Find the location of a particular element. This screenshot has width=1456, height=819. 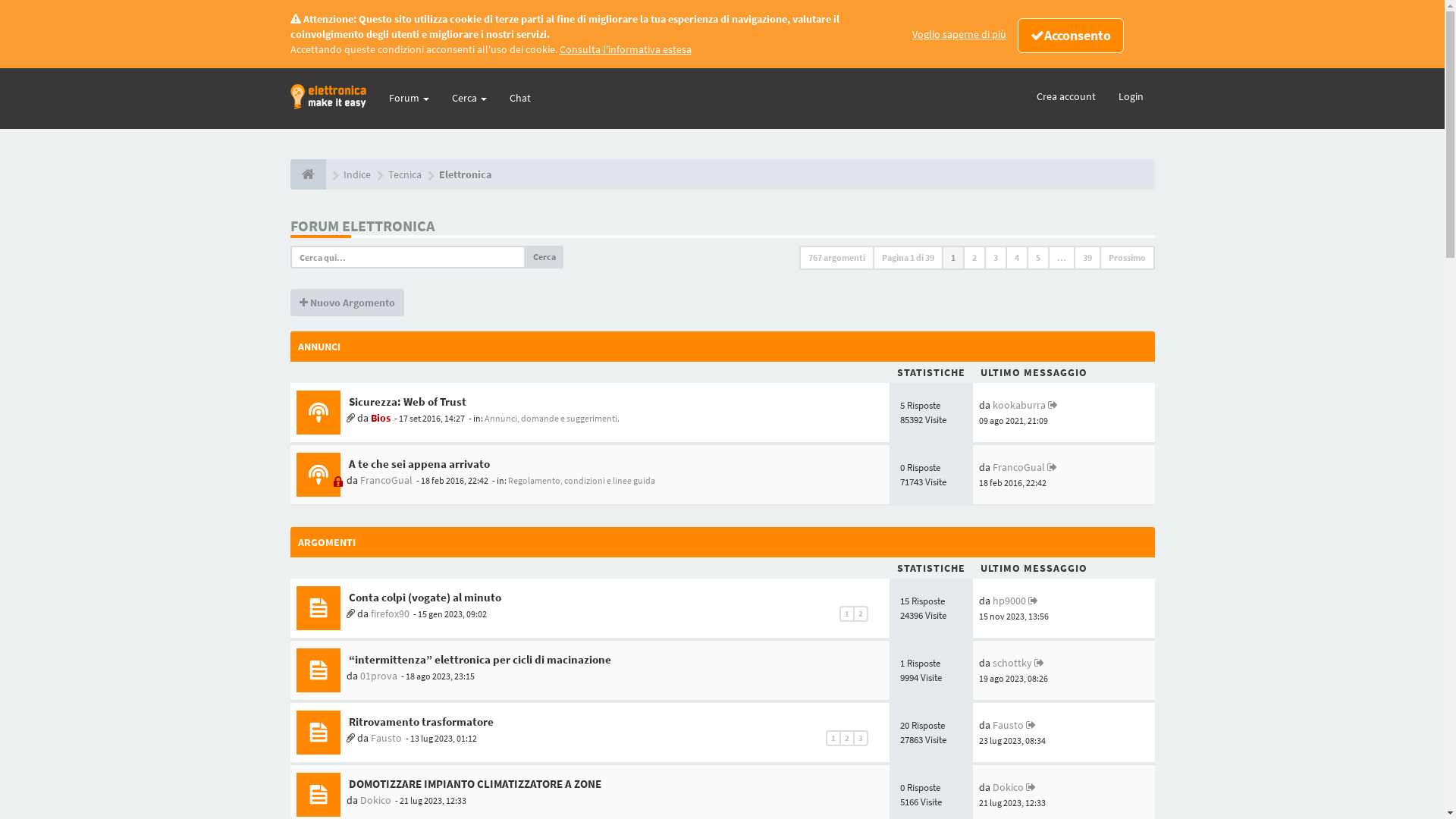

'Chat' is located at coordinates (519, 97).